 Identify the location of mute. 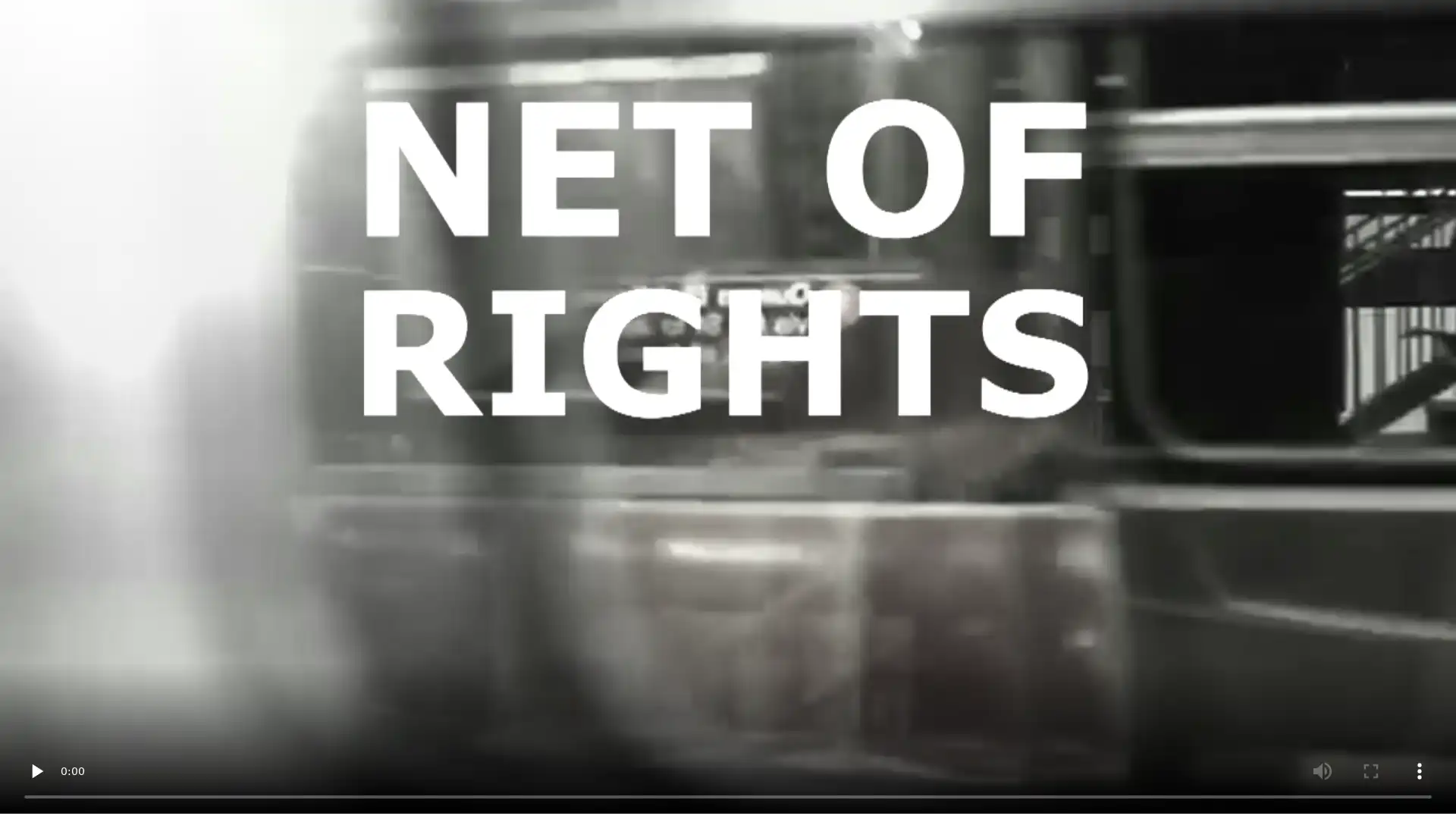
(1321, 770).